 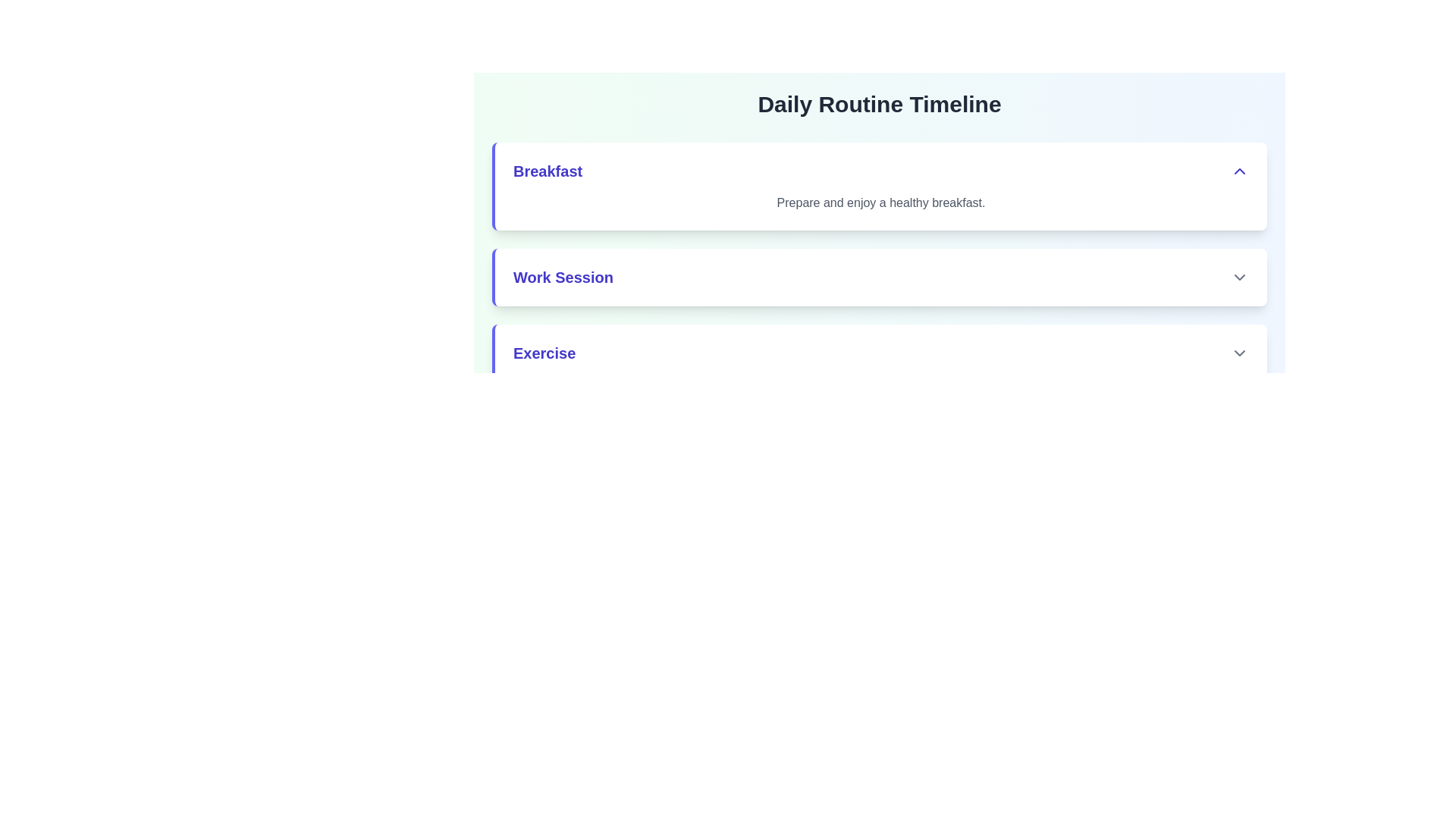 I want to click on the indigo upwards-pointing chevron icon located to the far right within the 'Breakfast' row, so click(x=1240, y=171).